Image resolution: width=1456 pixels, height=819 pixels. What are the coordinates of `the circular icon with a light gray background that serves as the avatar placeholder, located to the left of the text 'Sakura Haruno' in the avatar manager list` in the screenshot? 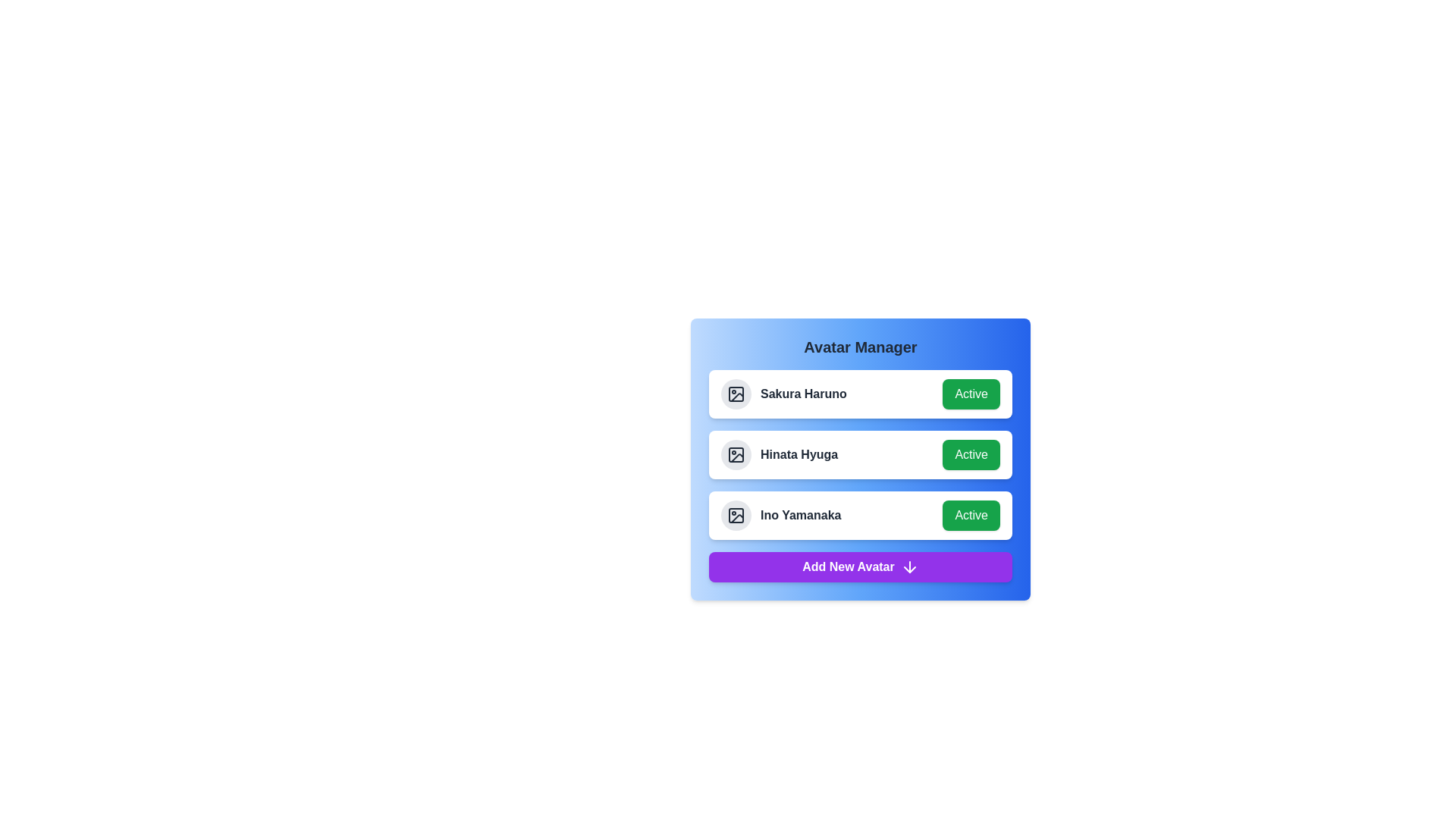 It's located at (736, 394).